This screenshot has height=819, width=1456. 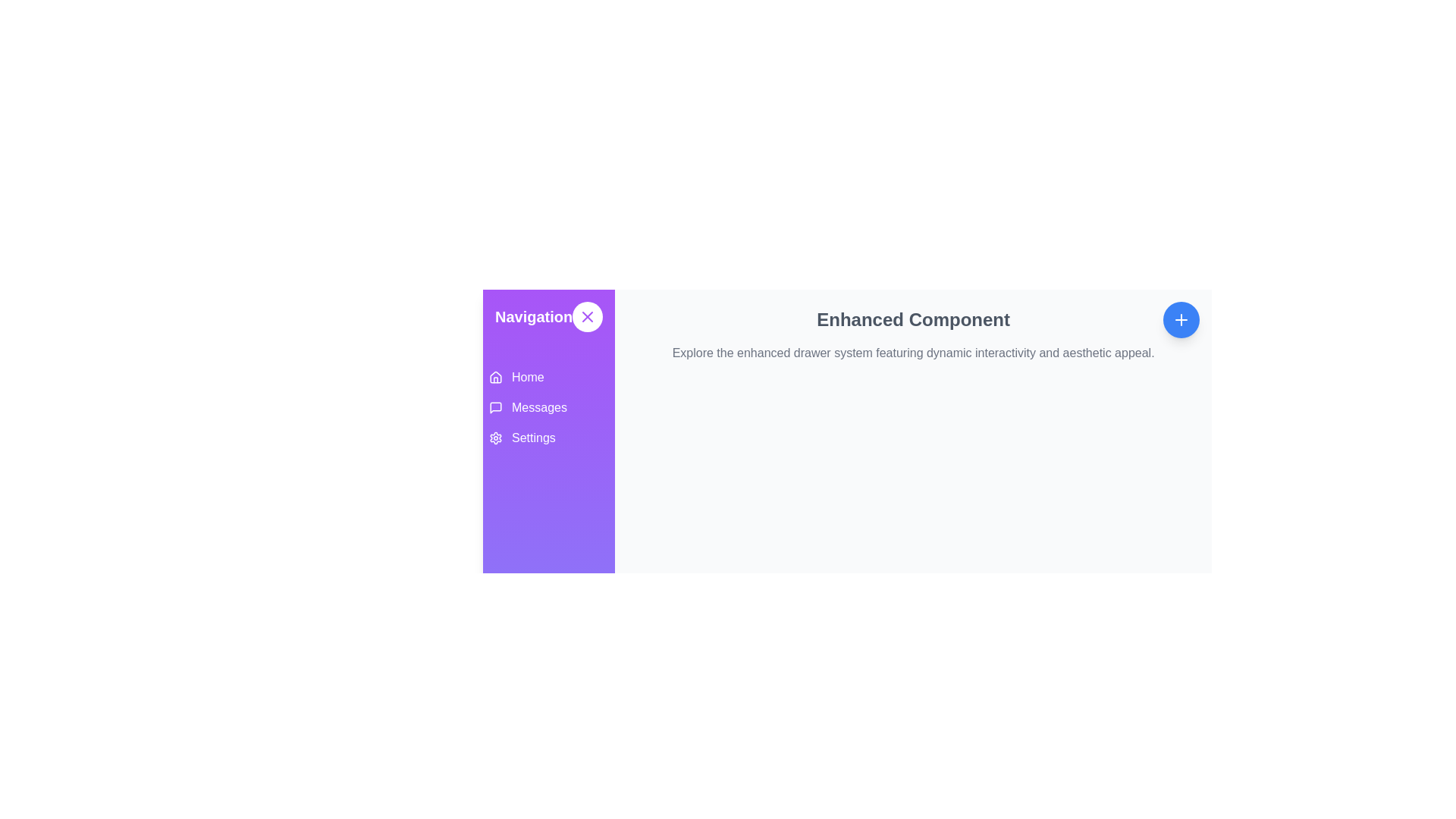 I want to click on text label for the 'Messages' section located in the second menu item of the purple navigation menu, so click(x=539, y=406).